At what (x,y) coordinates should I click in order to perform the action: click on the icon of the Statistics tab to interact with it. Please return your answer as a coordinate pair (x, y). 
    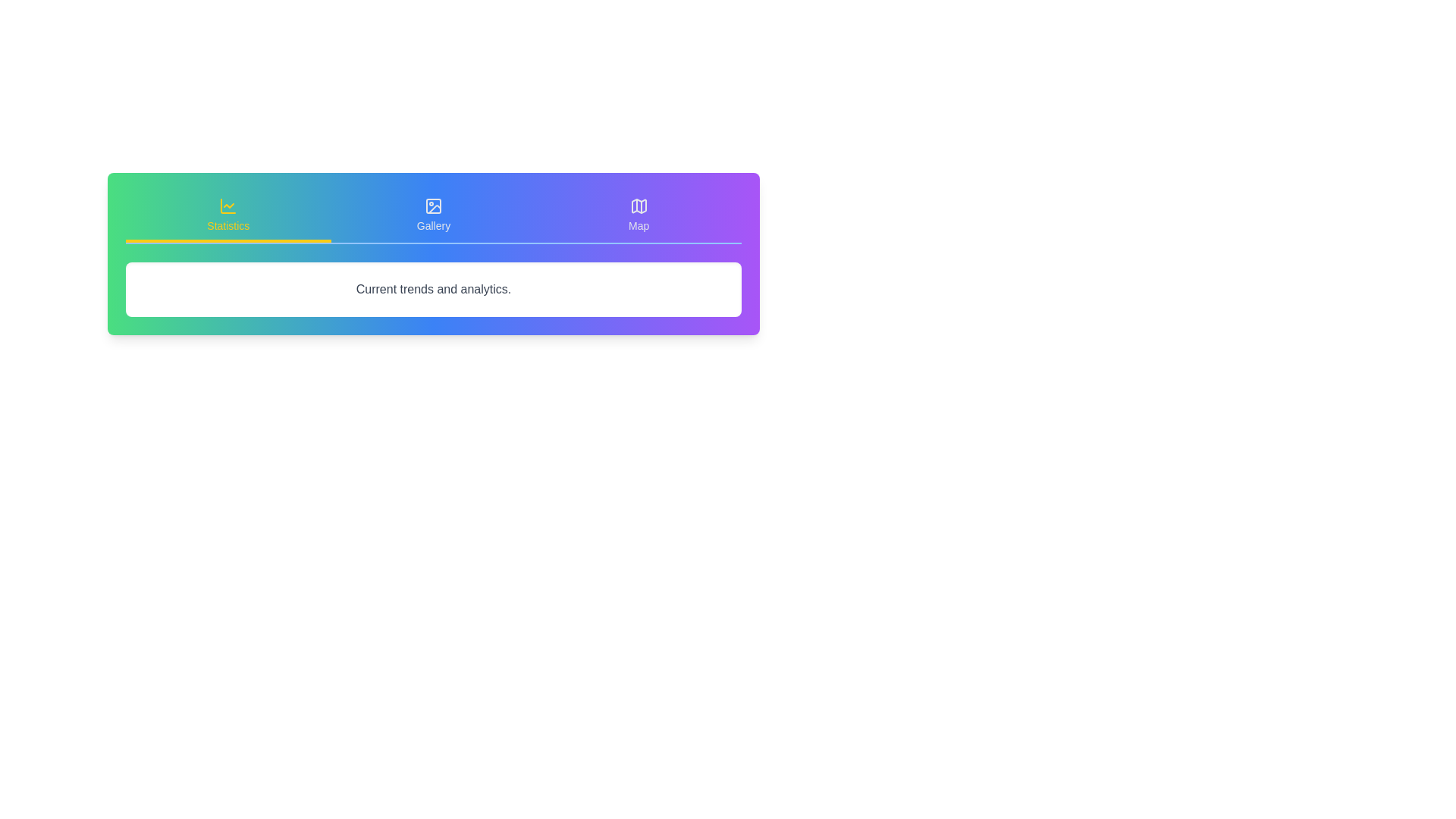
    Looking at the image, I should click on (227, 206).